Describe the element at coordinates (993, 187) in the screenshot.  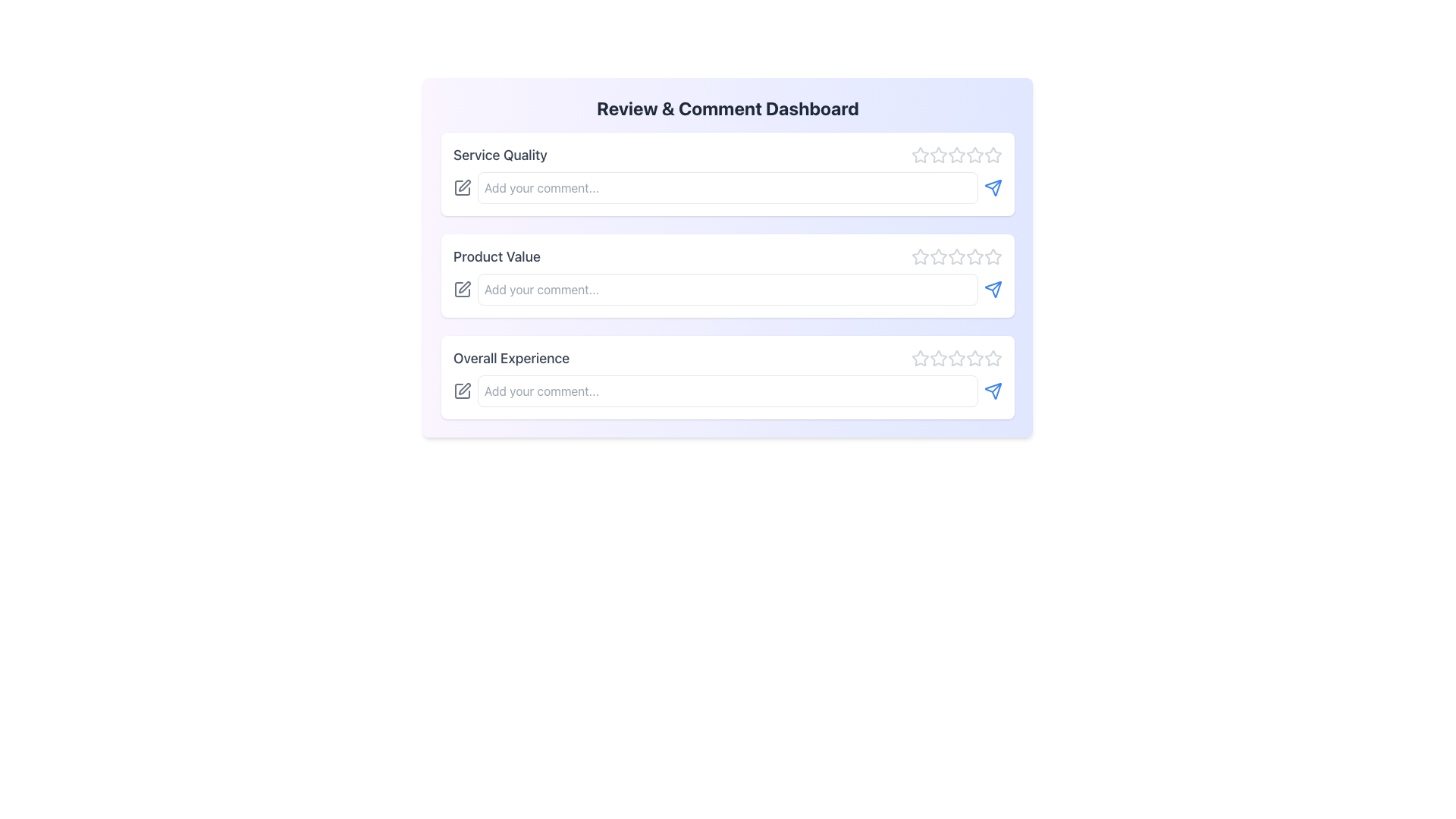
I see `the 'Submit' button located to the far right within the 'Service Quality' comment section` at that location.